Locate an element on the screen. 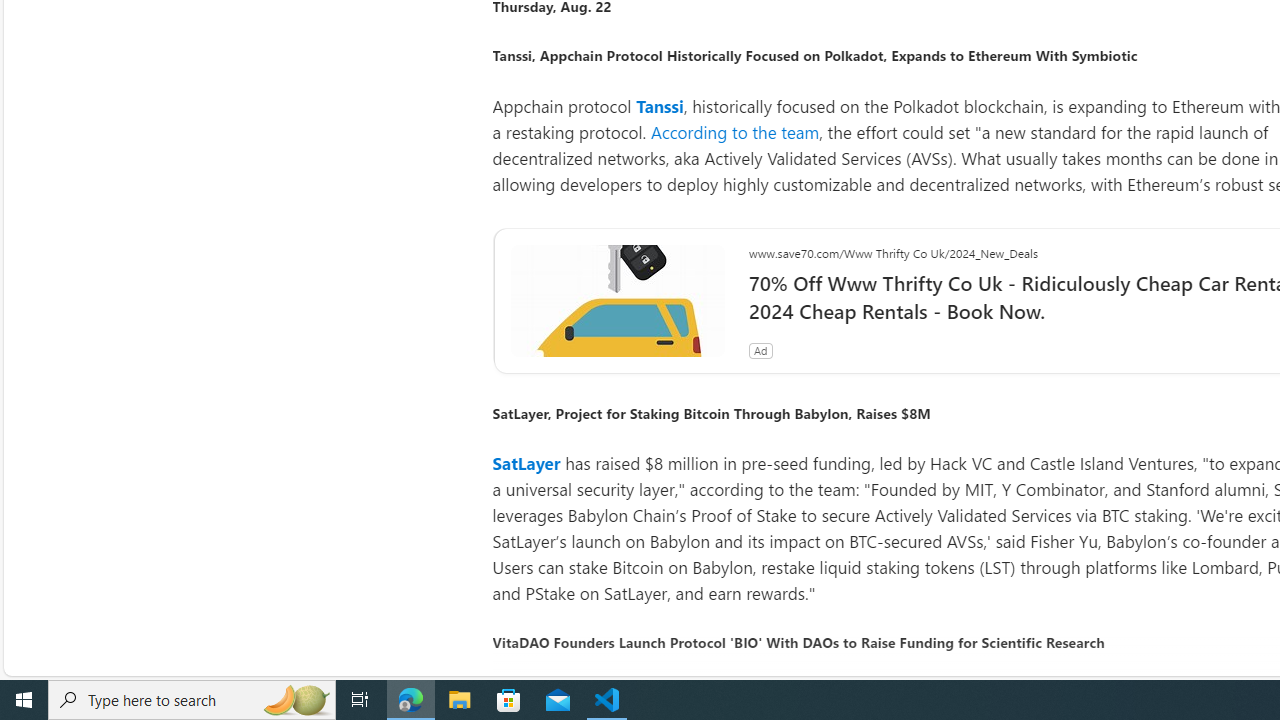 The width and height of the screenshot is (1280, 720). 'Tanssi' is located at coordinates (659, 105).